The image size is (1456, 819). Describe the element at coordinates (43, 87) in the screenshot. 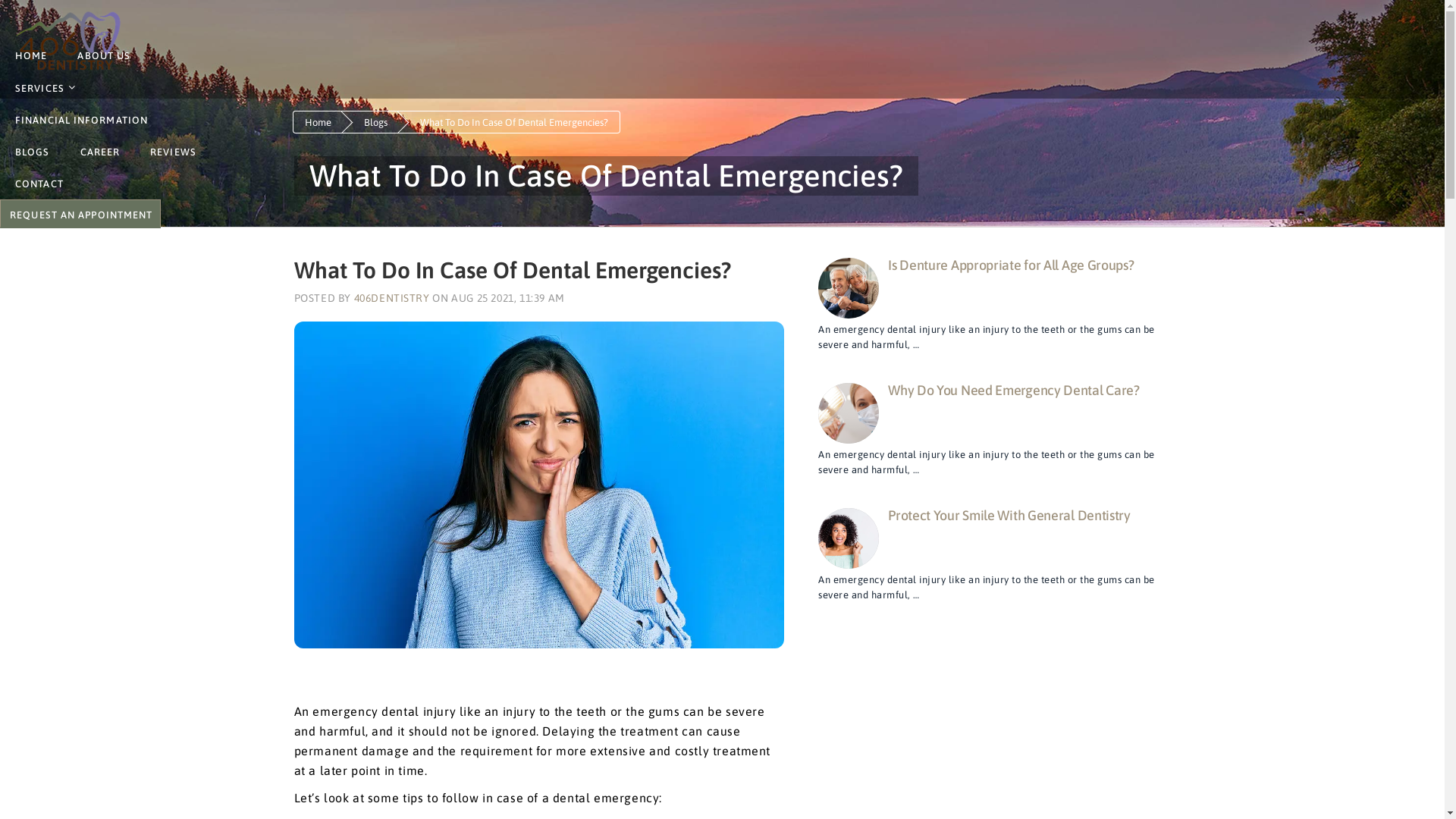

I see `'SERVICES'` at that location.